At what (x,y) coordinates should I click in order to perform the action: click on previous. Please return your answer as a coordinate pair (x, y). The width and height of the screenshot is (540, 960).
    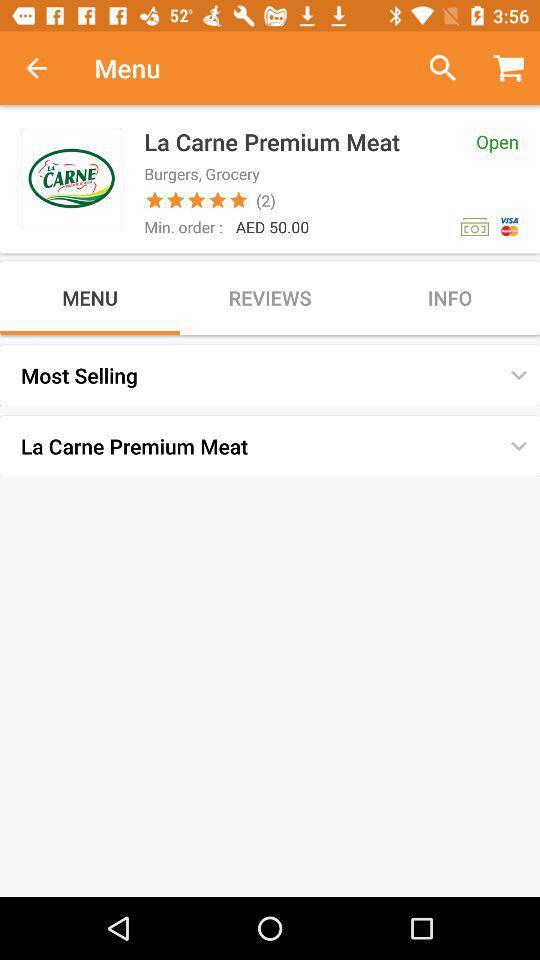
    Looking at the image, I should click on (47, 68).